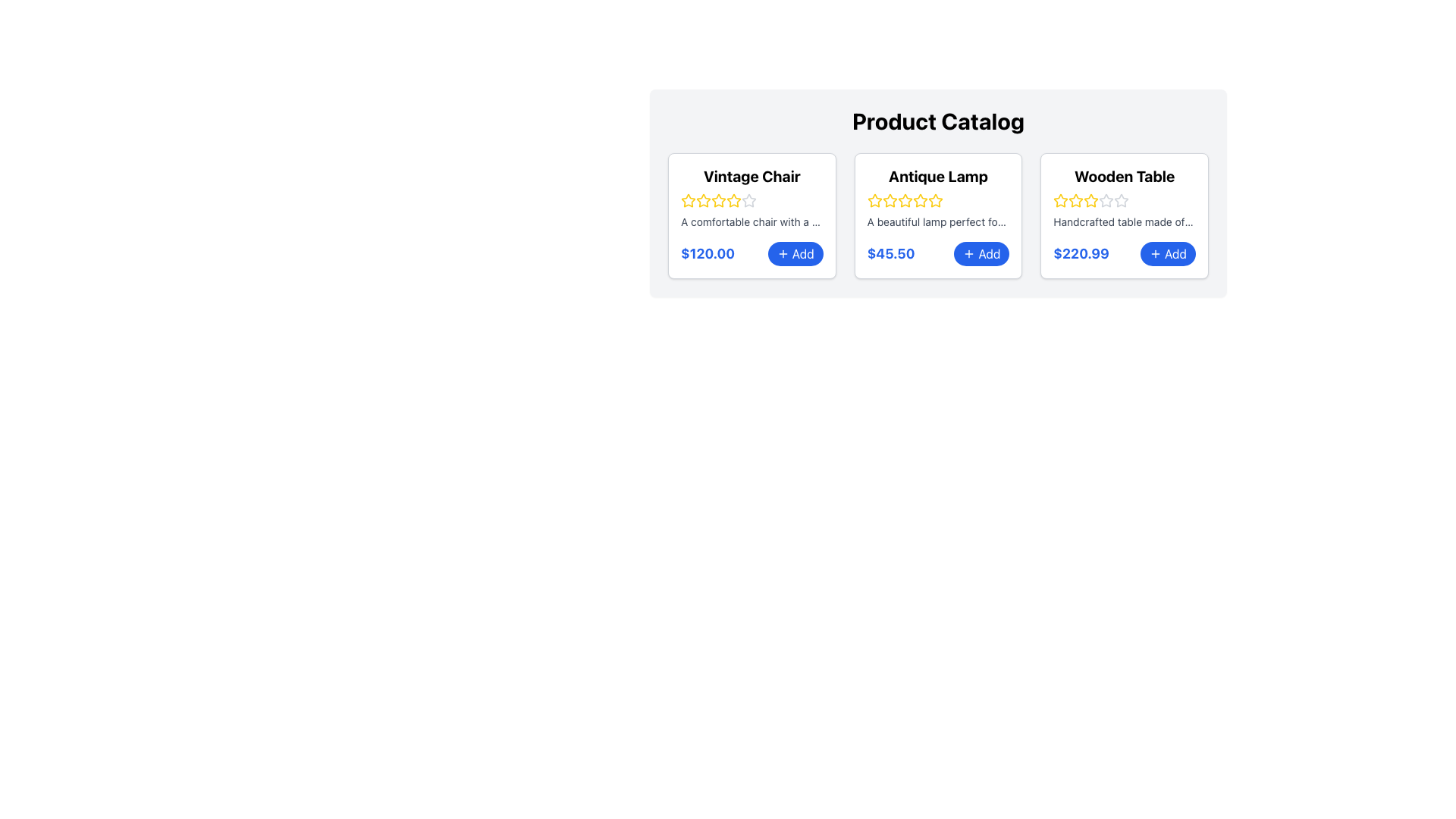 This screenshot has width=1456, height=819. I want to click on the text label displaying 'Antique Lamp' in bold and large font within the second product card of the catalog, so click(937, 175).